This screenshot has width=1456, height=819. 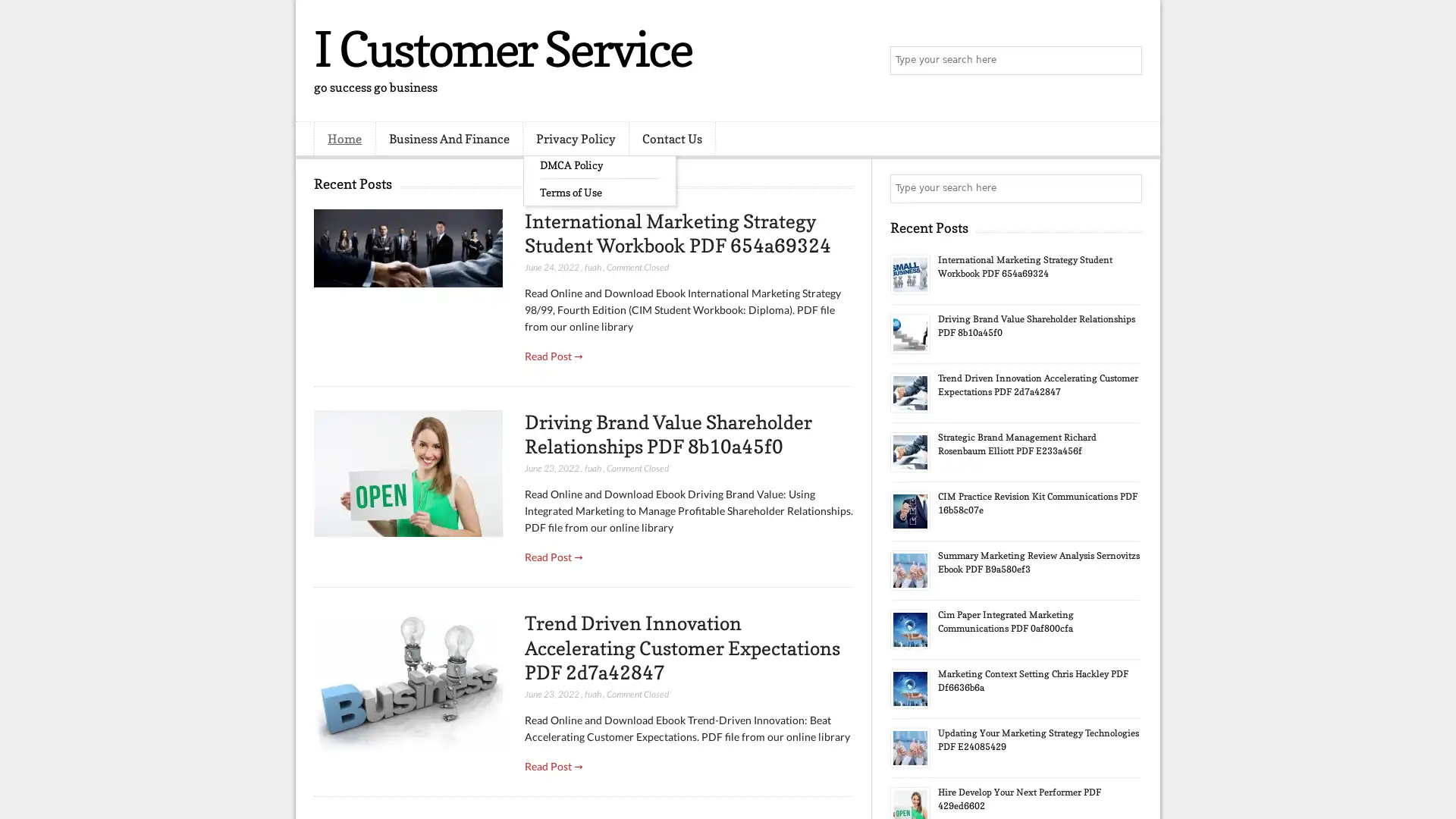 What do you see at coordinates (1126, 188) in the screenshot?
I see `Search` at bounding box center [1126, 188].